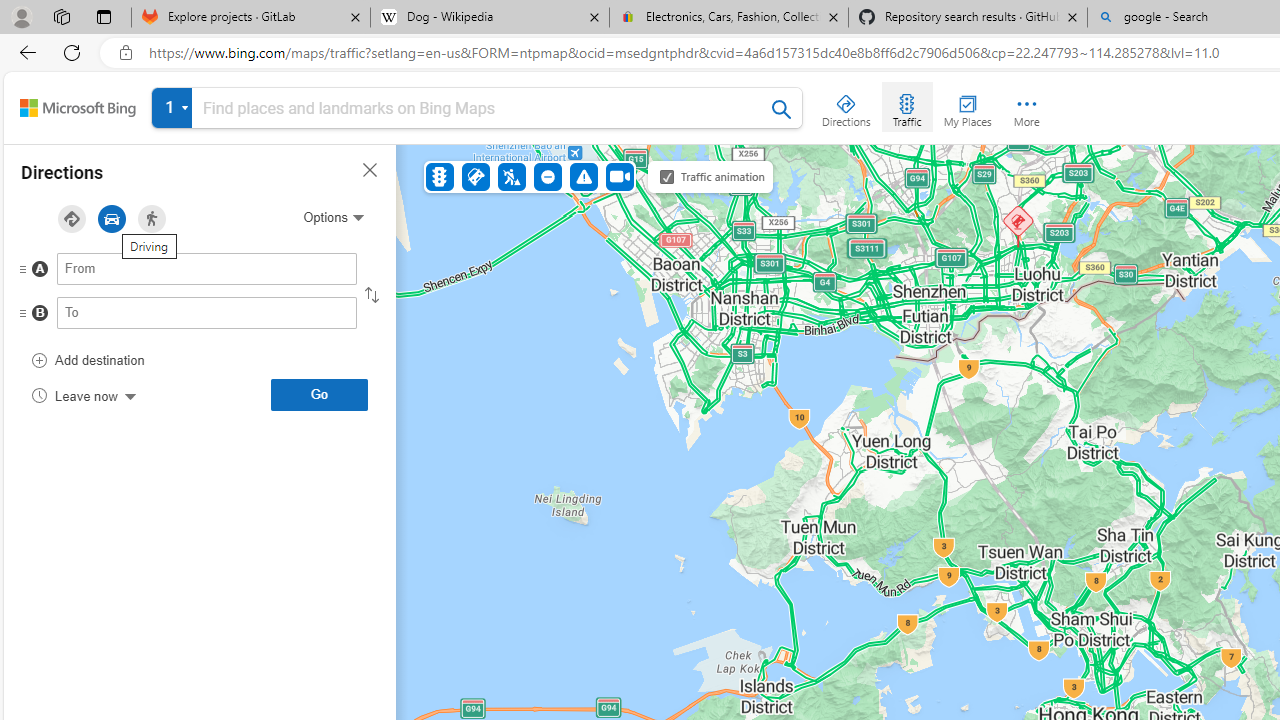  What do you see at coordinates (475, 175) in the screenshot?
I see `'Accidents'` at bounding box center [475, 175].